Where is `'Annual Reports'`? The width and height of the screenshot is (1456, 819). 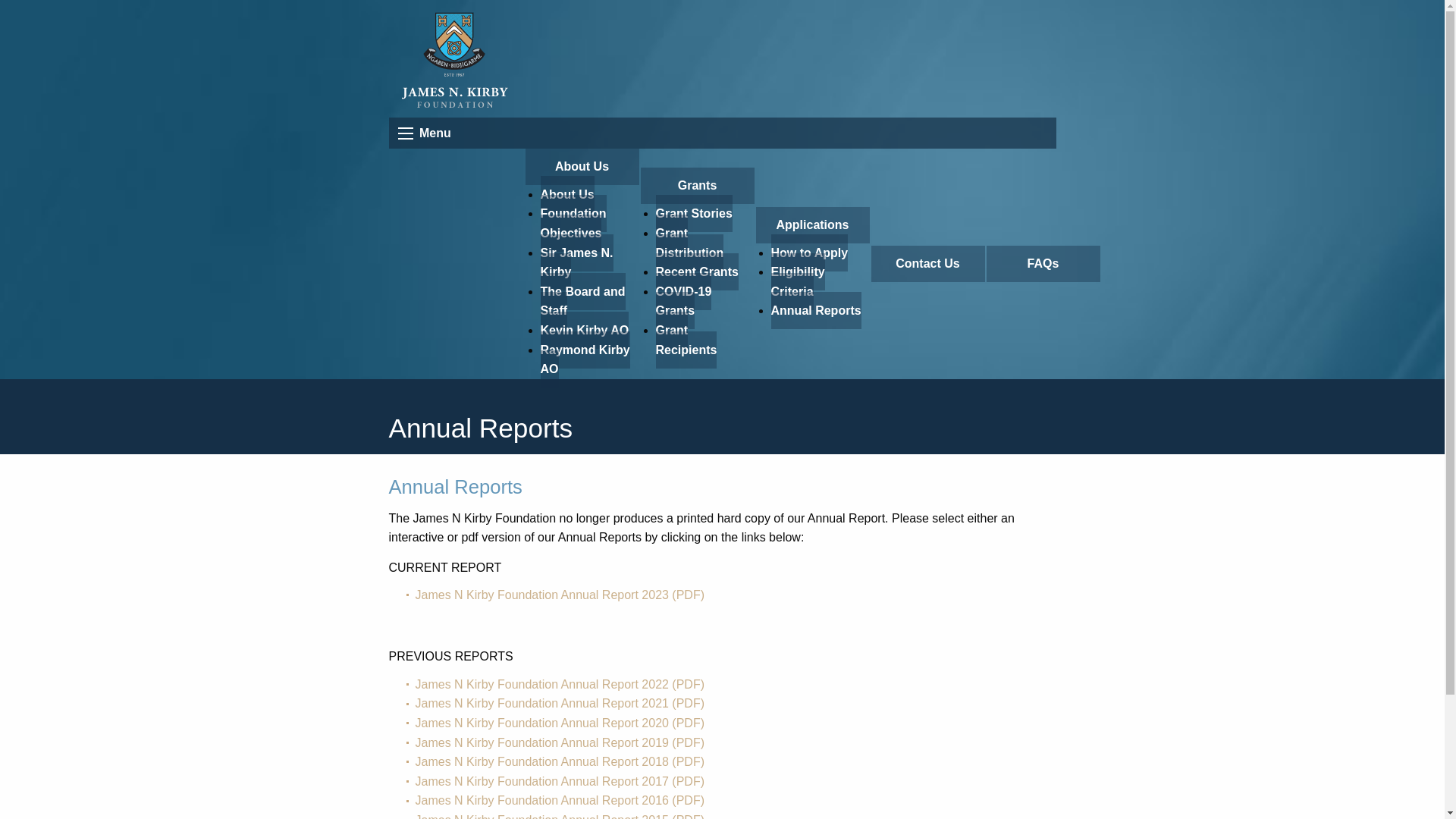 'Annual Reports' is located at coordinates (770, 309).